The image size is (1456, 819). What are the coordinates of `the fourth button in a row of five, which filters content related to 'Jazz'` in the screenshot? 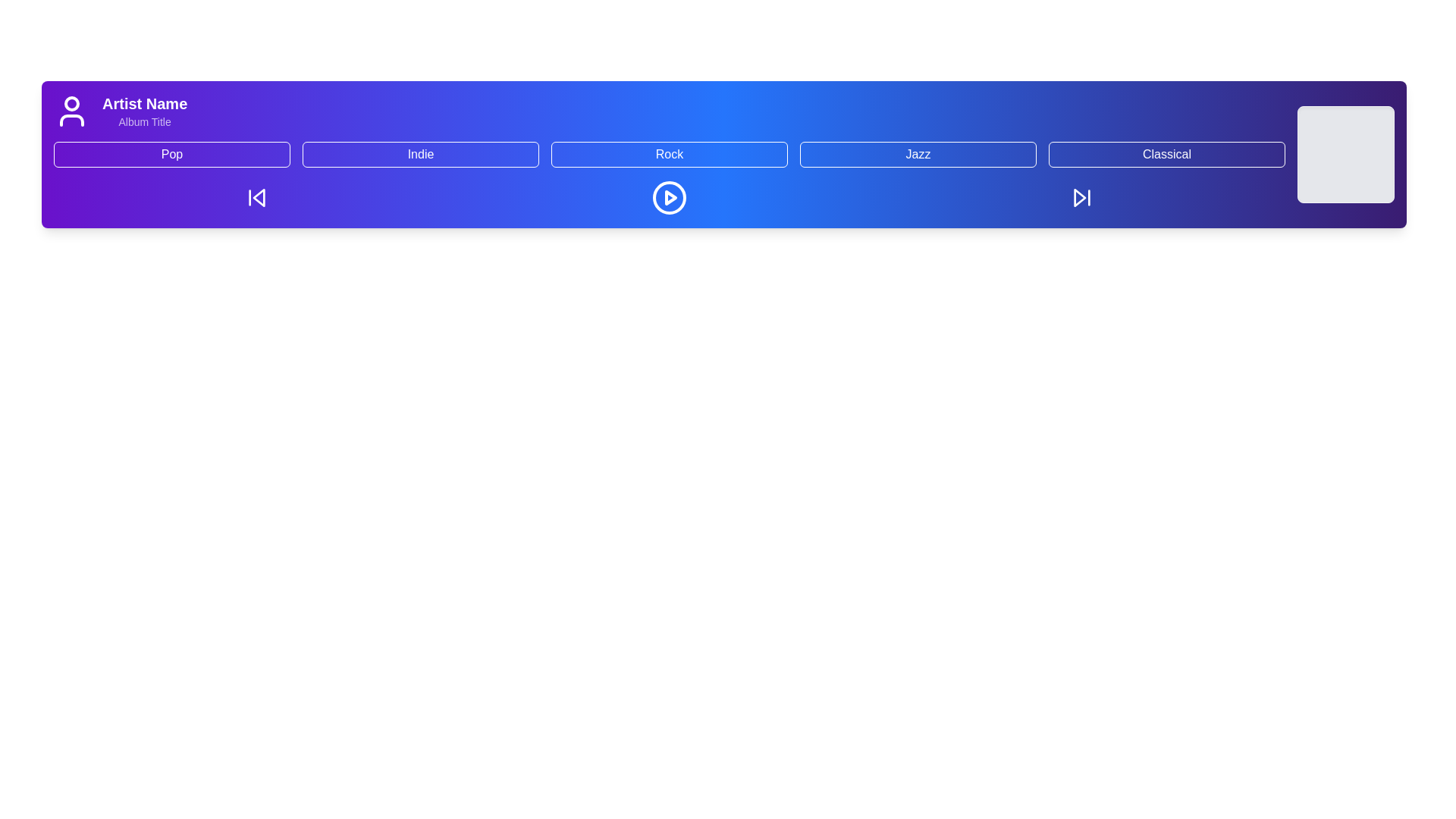 It's located at (917, 155).